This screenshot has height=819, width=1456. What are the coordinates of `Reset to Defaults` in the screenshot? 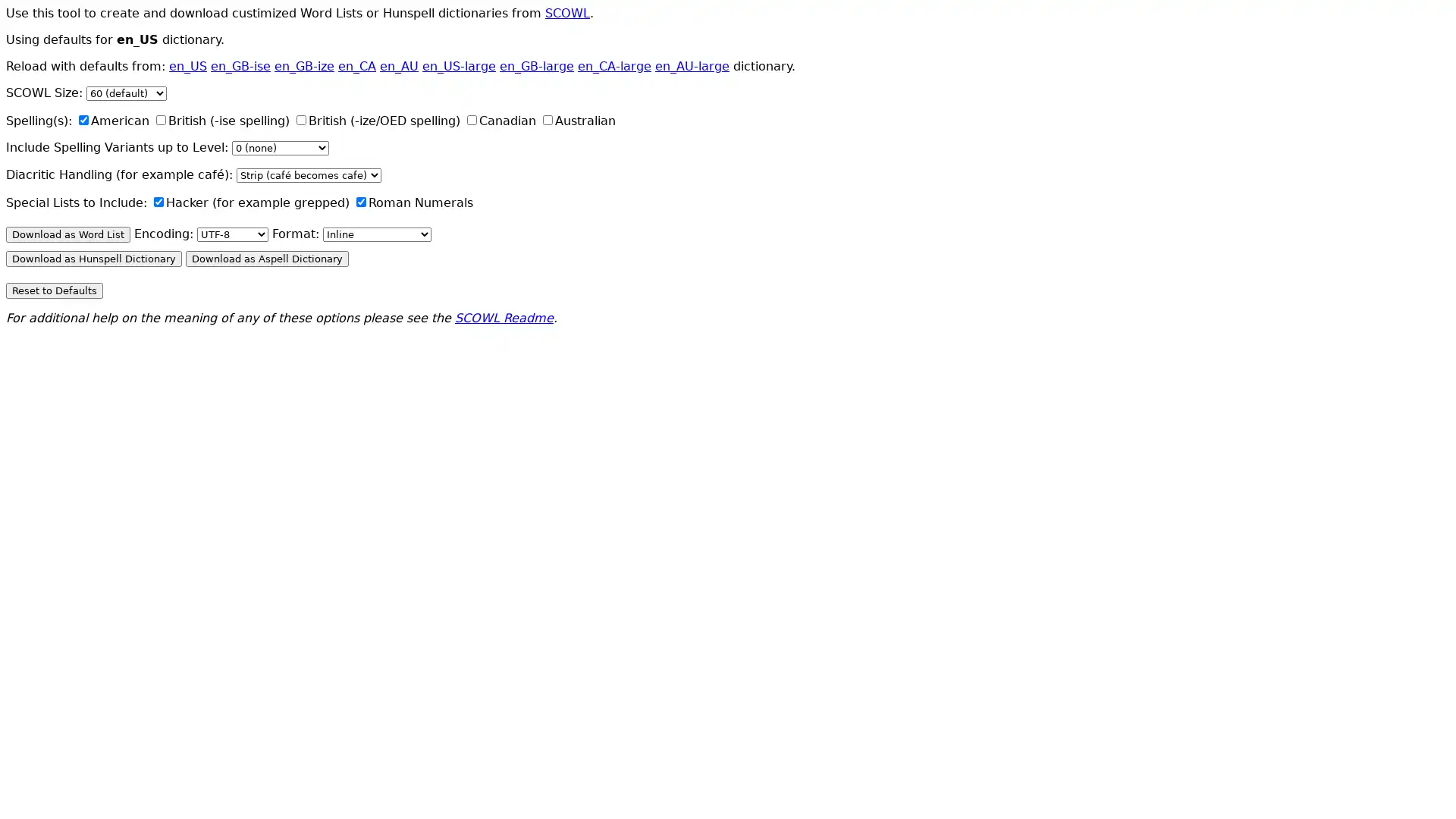 It's located at (55, 290).